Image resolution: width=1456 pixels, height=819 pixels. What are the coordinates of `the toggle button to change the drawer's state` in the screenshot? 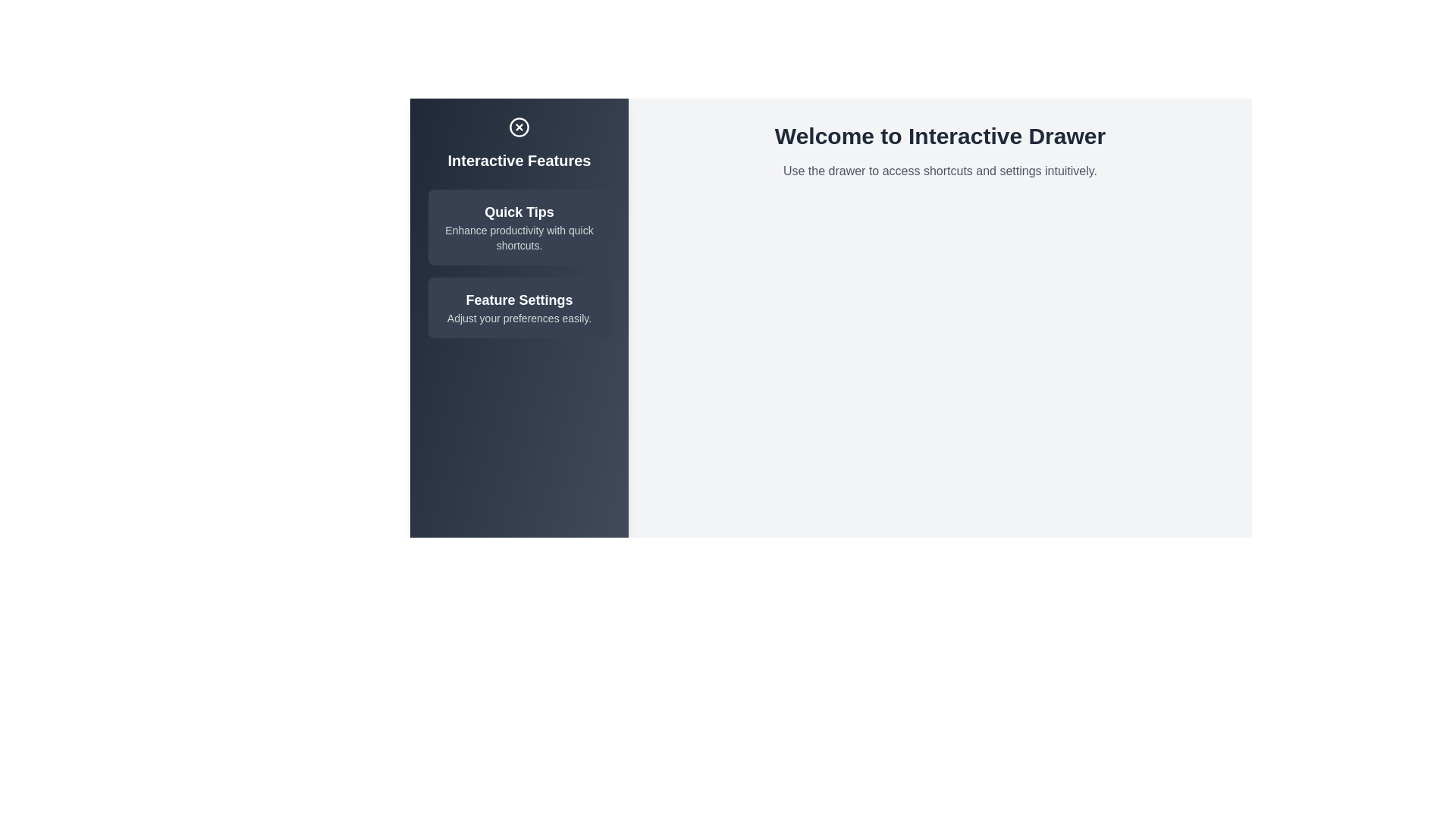 It's located at (519, 127).